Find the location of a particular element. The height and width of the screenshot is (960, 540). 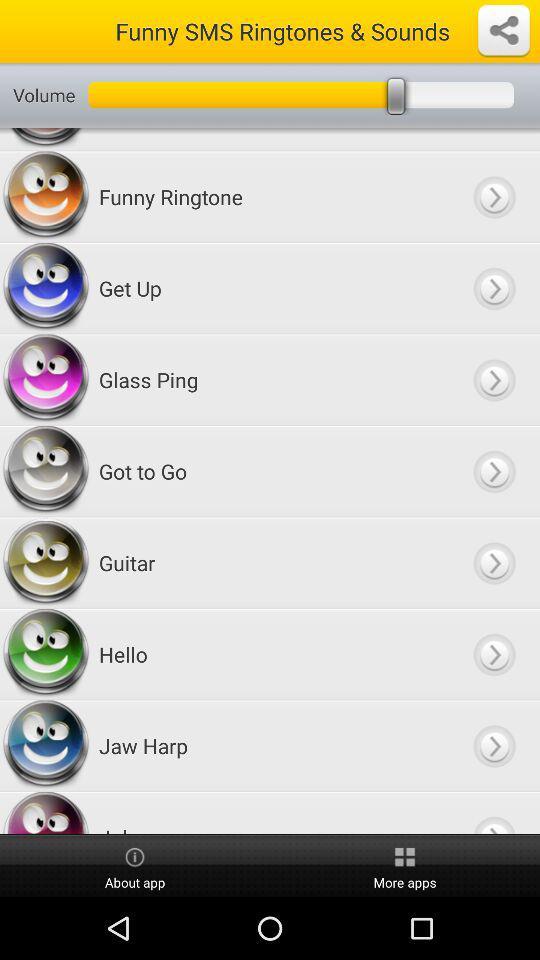

open settings is located at coordinates (502, 30).